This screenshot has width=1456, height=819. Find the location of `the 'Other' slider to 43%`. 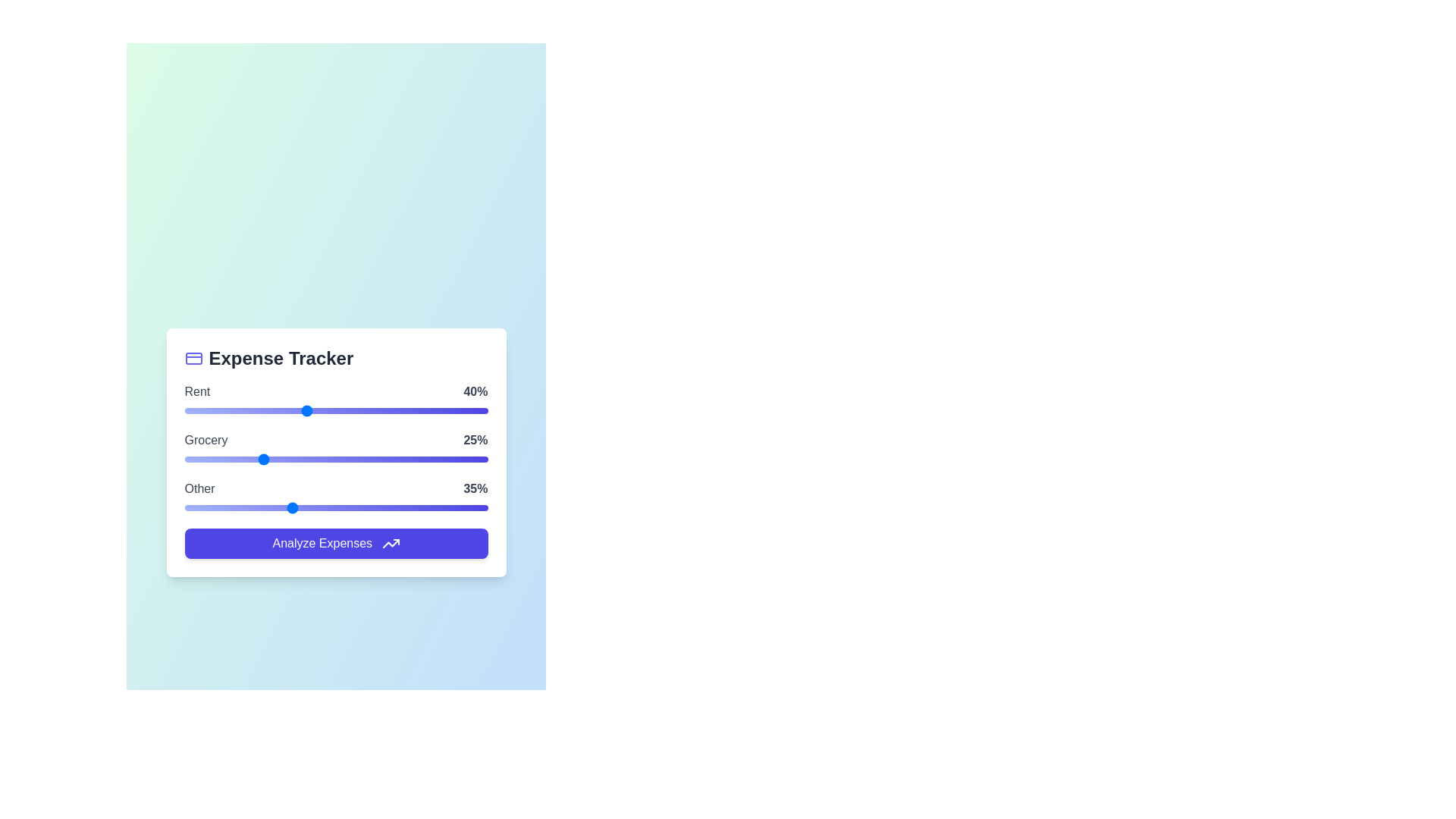

the 'Other' slider to 43% is located at coordinates (314, 507).